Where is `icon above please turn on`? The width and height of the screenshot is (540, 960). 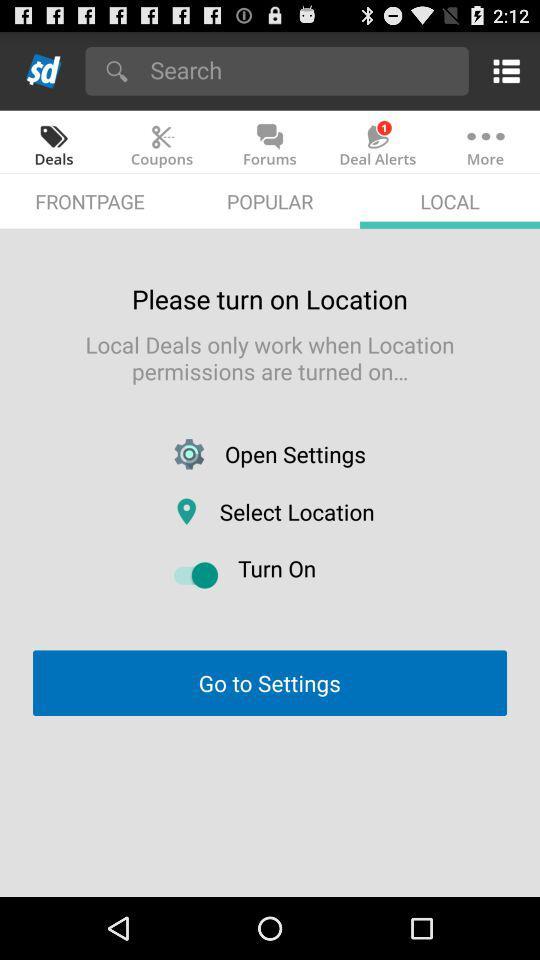
icon above please turn on is located at coordinates (270, 201).